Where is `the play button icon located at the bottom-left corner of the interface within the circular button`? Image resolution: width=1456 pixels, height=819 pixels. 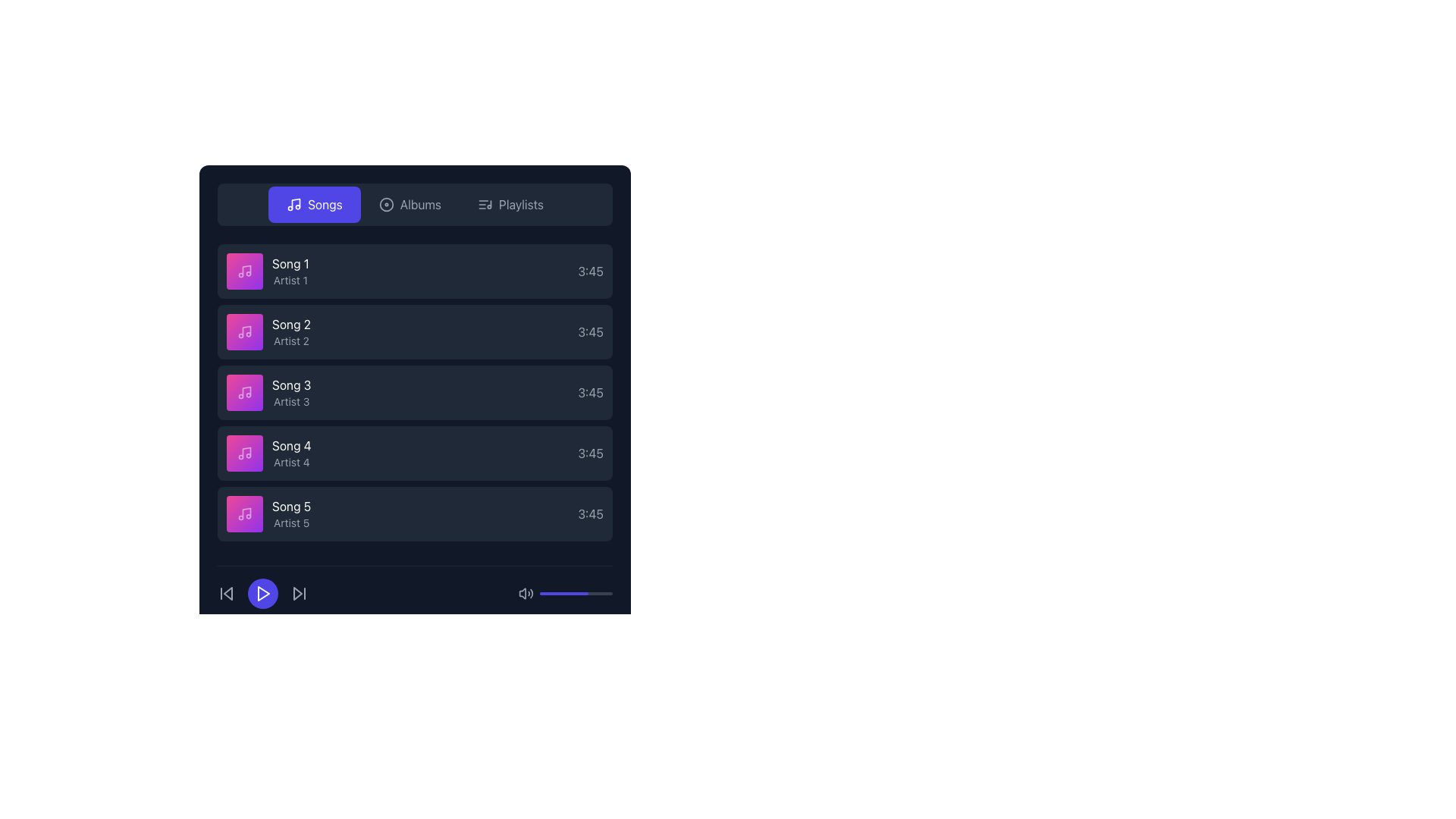
the play button icon located at the bottom-left corner of the interface within the circular button is located at coordinates (262, 593).